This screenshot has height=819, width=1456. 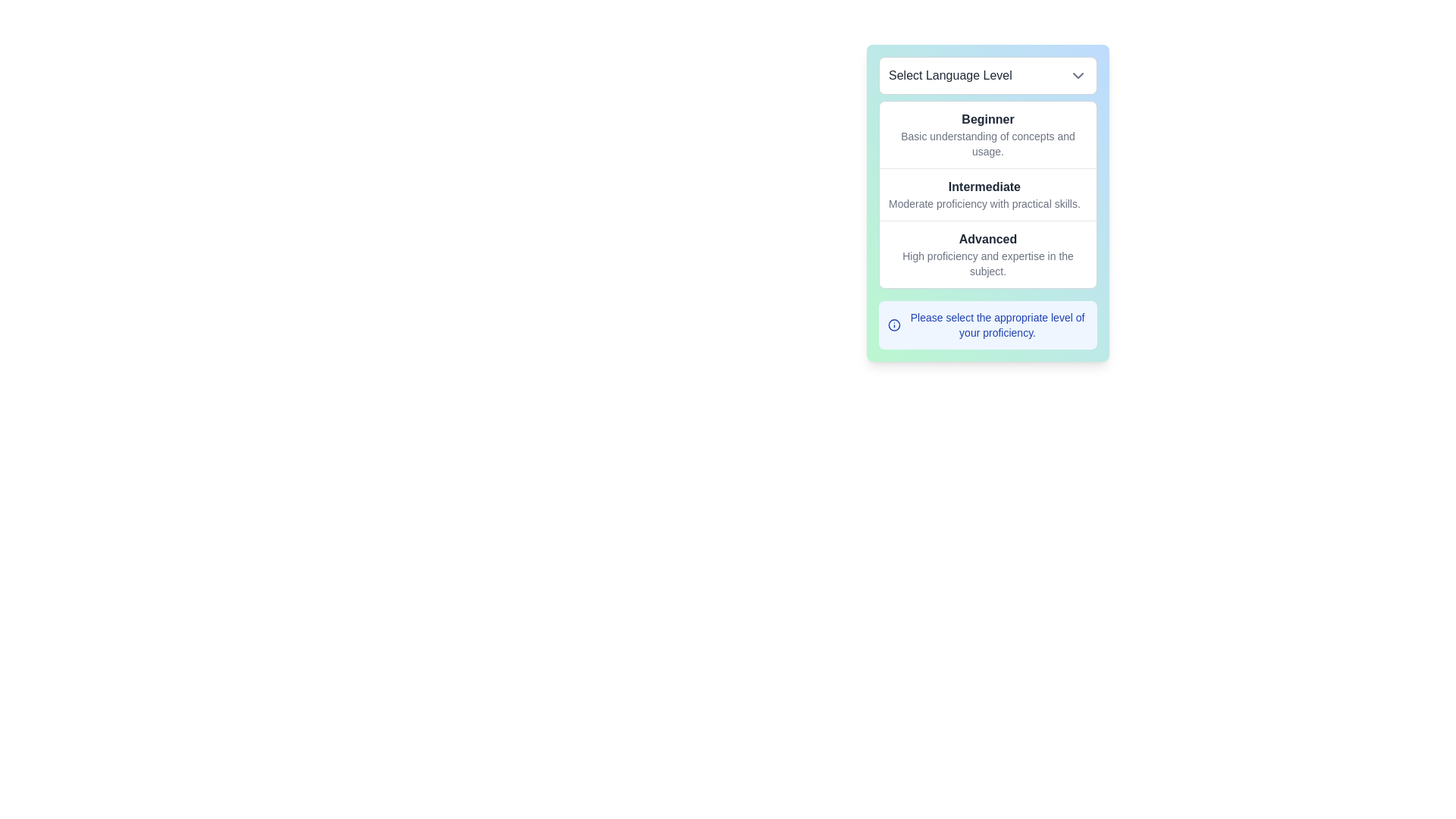 I want to click on the 'Intermediate' proficiency level selection menu item, which is the second entry in a vertically stacked menu of proficiency levels, so click(x=987, y=193).